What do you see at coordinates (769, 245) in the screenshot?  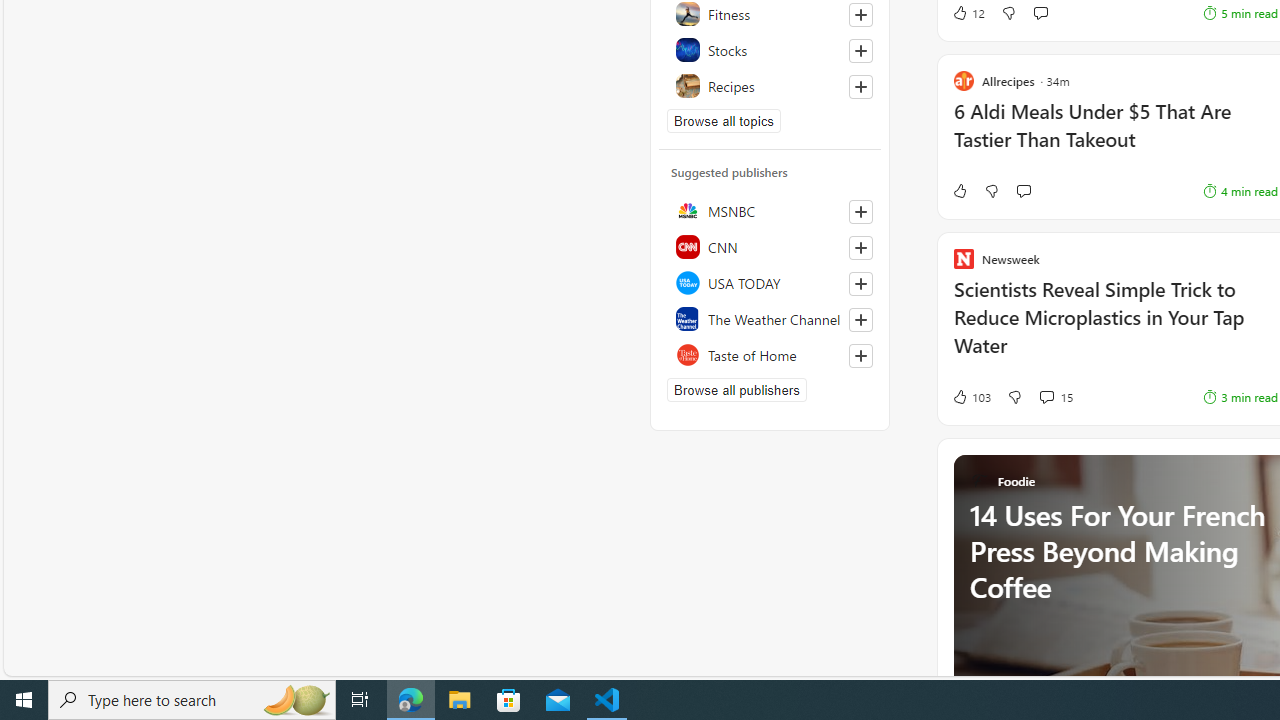 I see `'CNN'` at bounding box center [769, 245].